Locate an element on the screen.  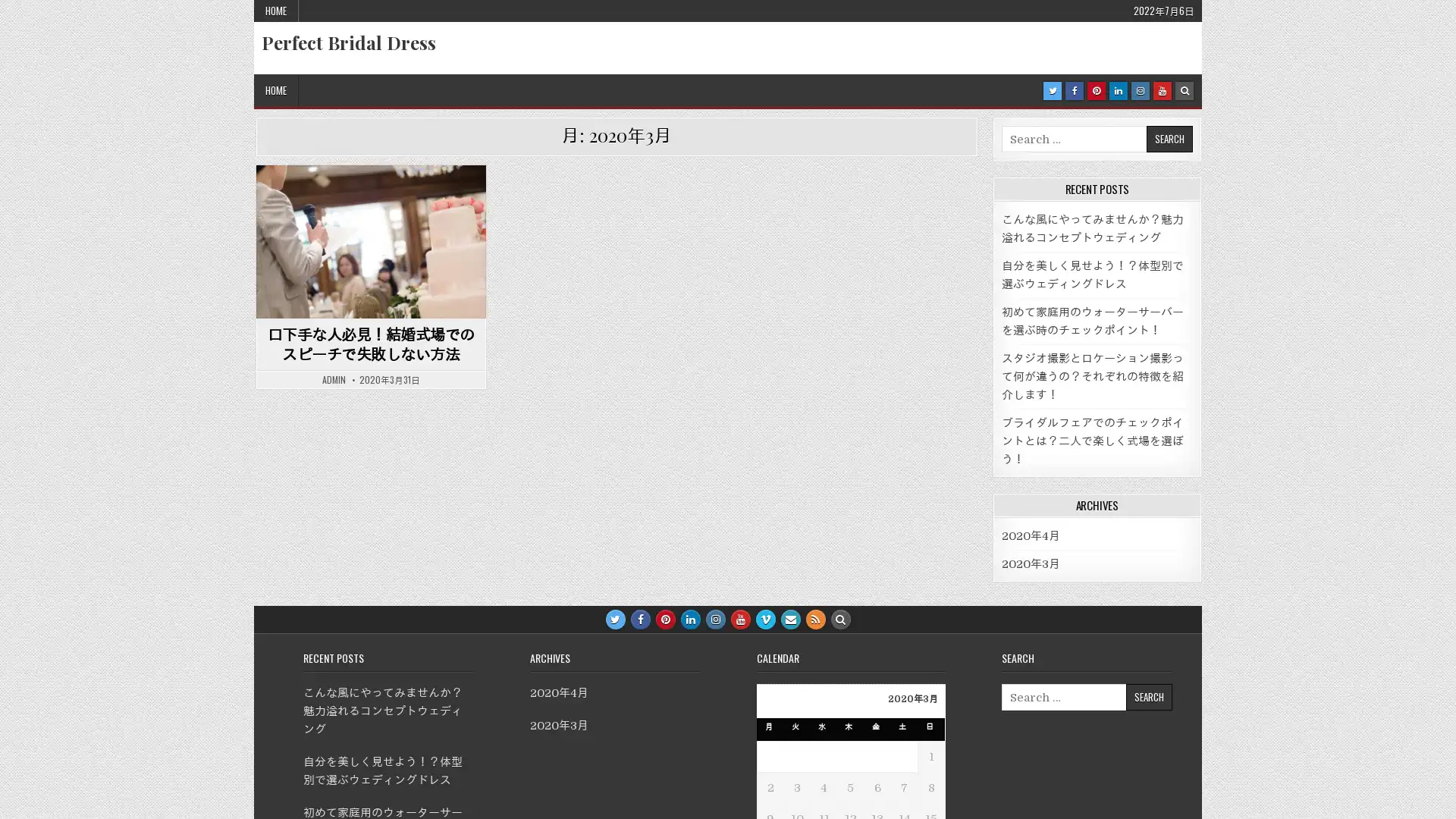
Search is located at coordinates (1168, 139).